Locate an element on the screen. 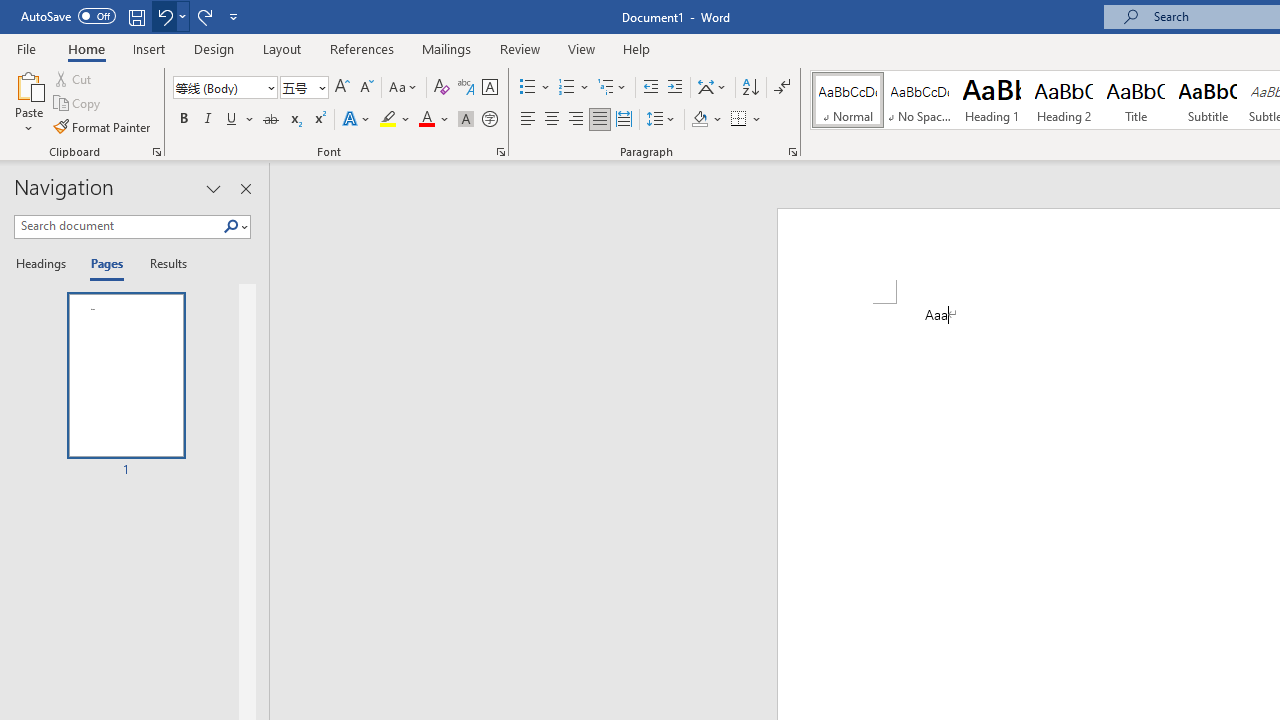 The image size is (1280, 720). 'Undo Increase Indent' is located at coordinates (164, 16).